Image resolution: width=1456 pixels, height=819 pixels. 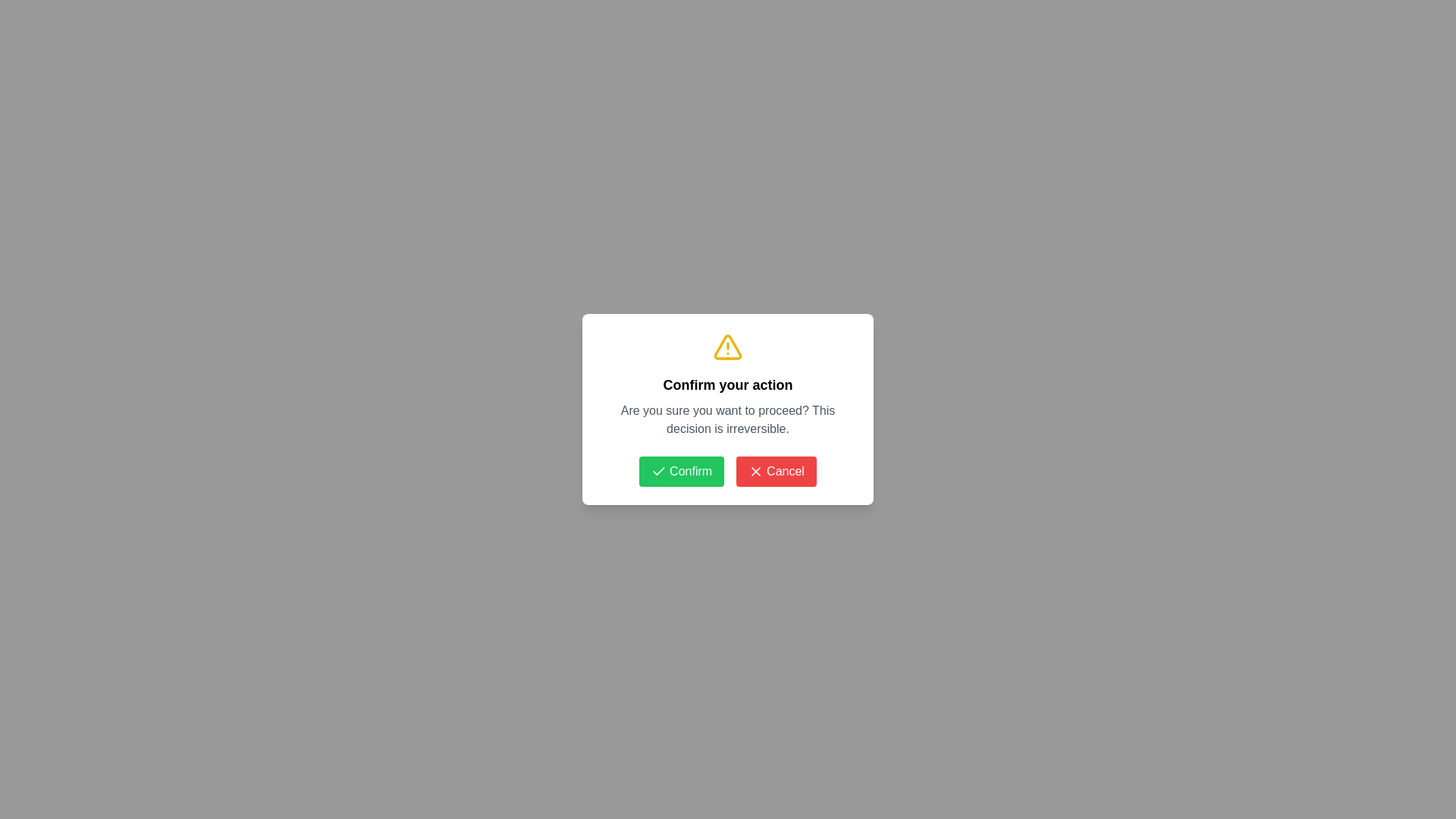 I want to click on the static text element that reads 'Confirm your action', which is styled with a large font size and bold weight, located near the top of the dialog box, so click(x=728, y=384).